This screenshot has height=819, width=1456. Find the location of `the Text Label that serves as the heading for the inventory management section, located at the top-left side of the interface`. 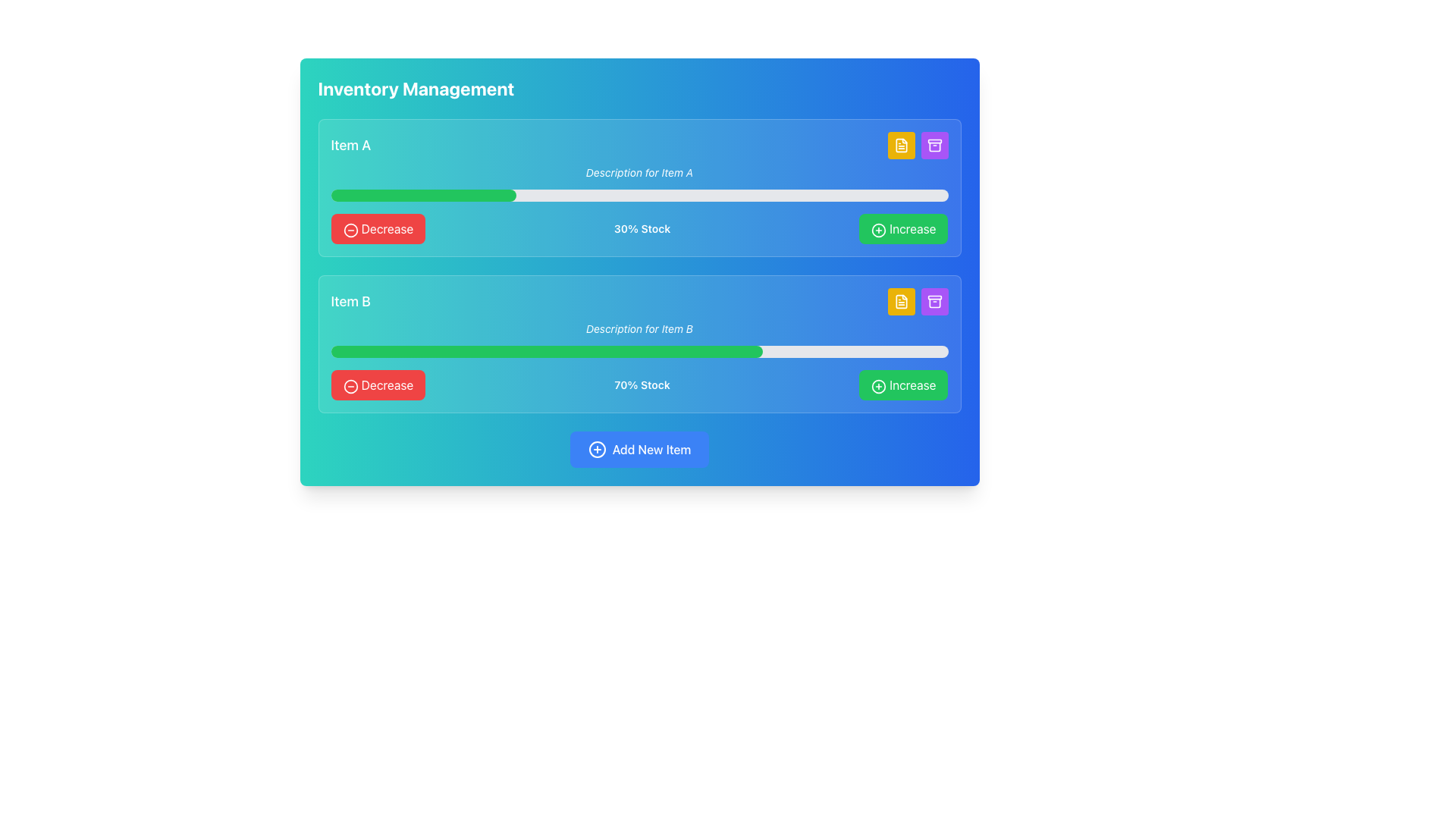

the Text Label that serves as the heading for the inventory management section, located at the top-left side of the interface is located at coordinates (416, 88).